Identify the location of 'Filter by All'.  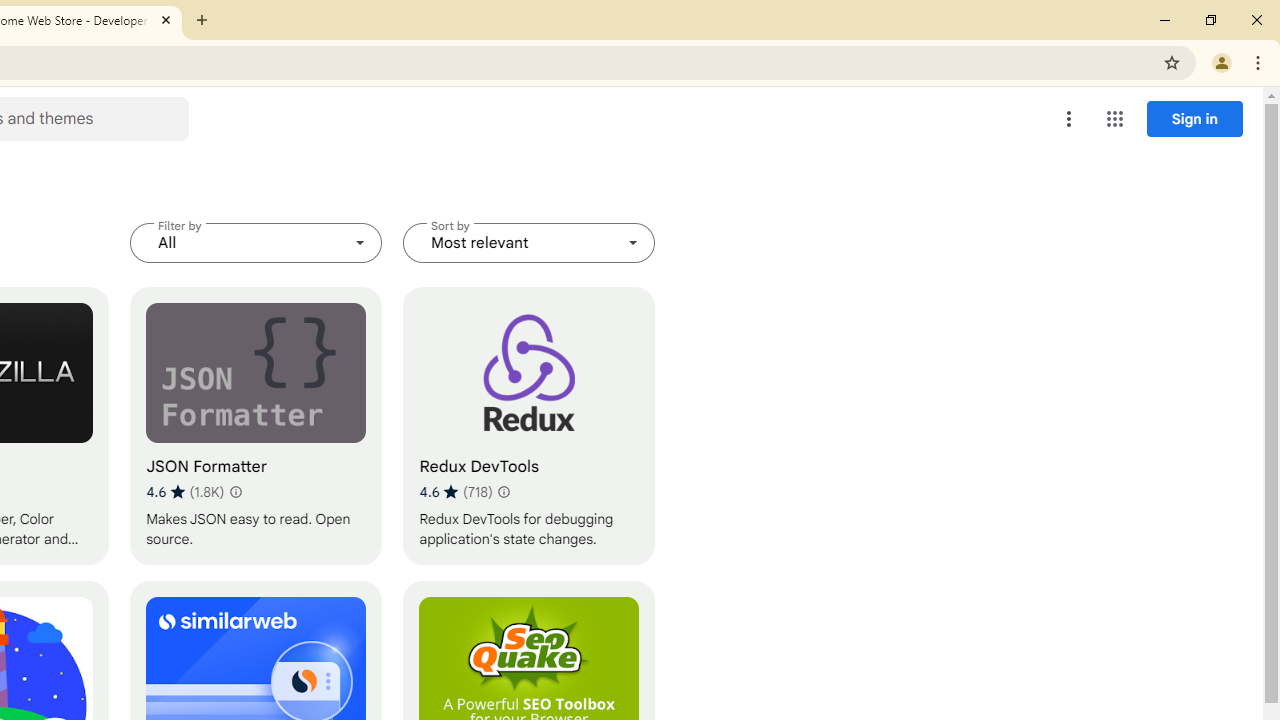
(255, 242).